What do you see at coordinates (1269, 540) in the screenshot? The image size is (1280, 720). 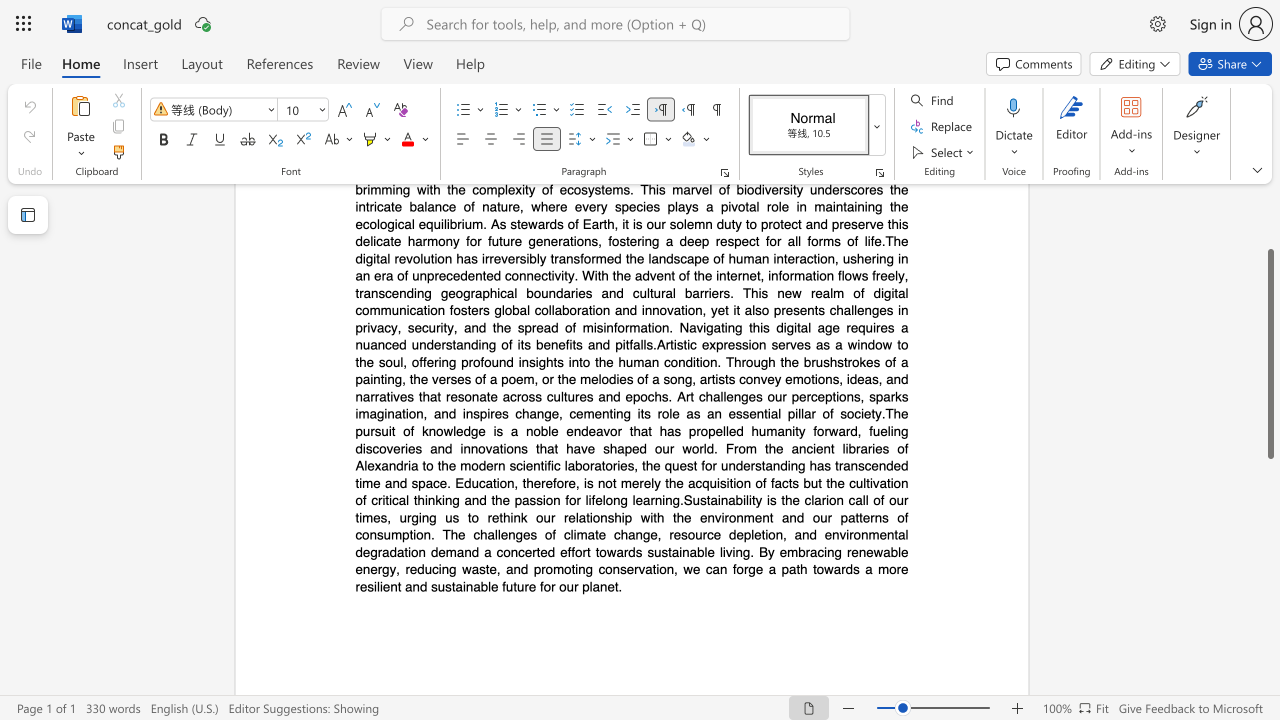 I see `the scrollbar to scroll downward` at bounding box center [1269, 540].